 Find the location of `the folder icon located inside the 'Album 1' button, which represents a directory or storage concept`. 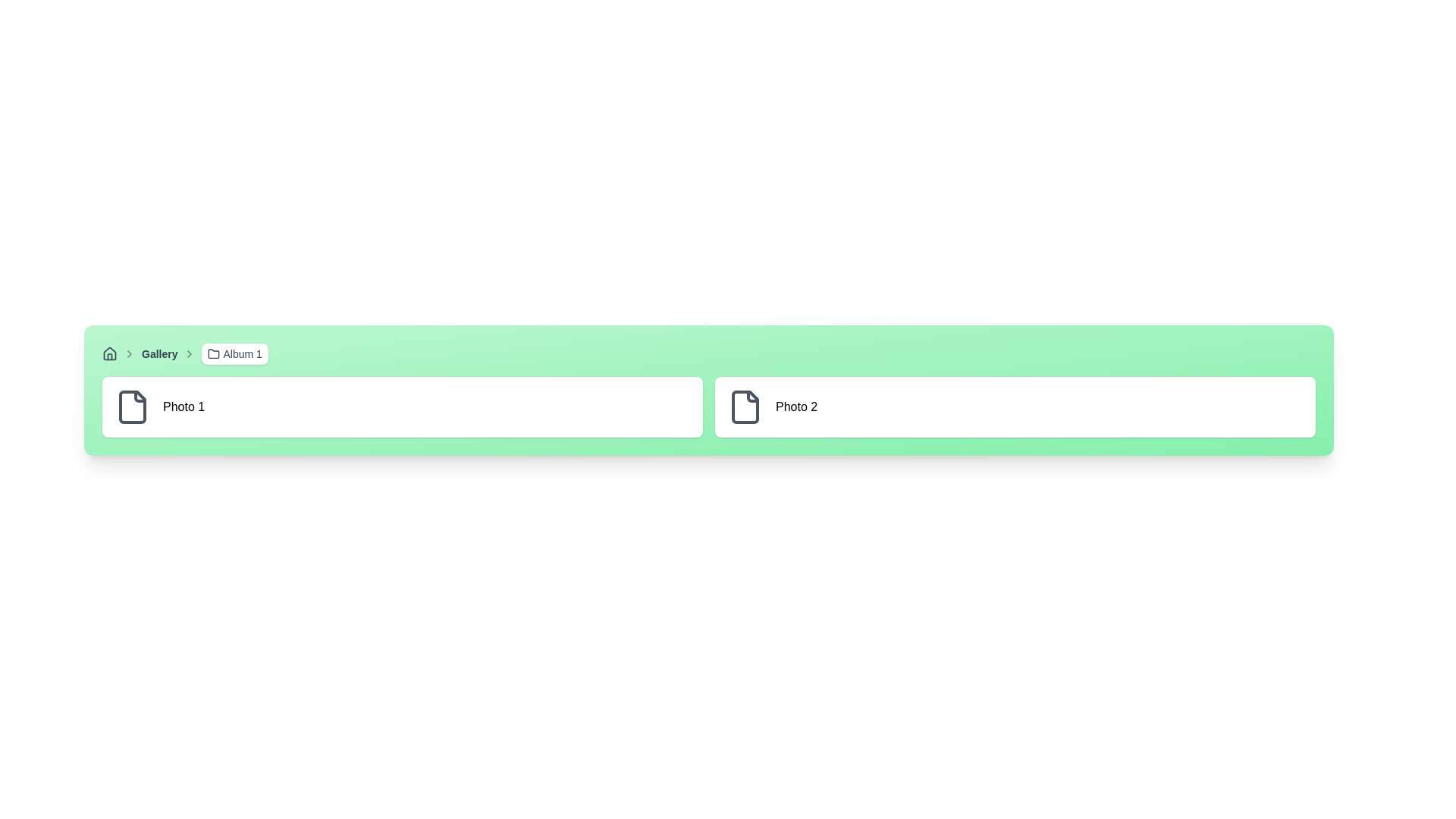

the folder icon located inside the 'Album 1' button, which represents a directory or storage concept is located at coordinates (213, 353).